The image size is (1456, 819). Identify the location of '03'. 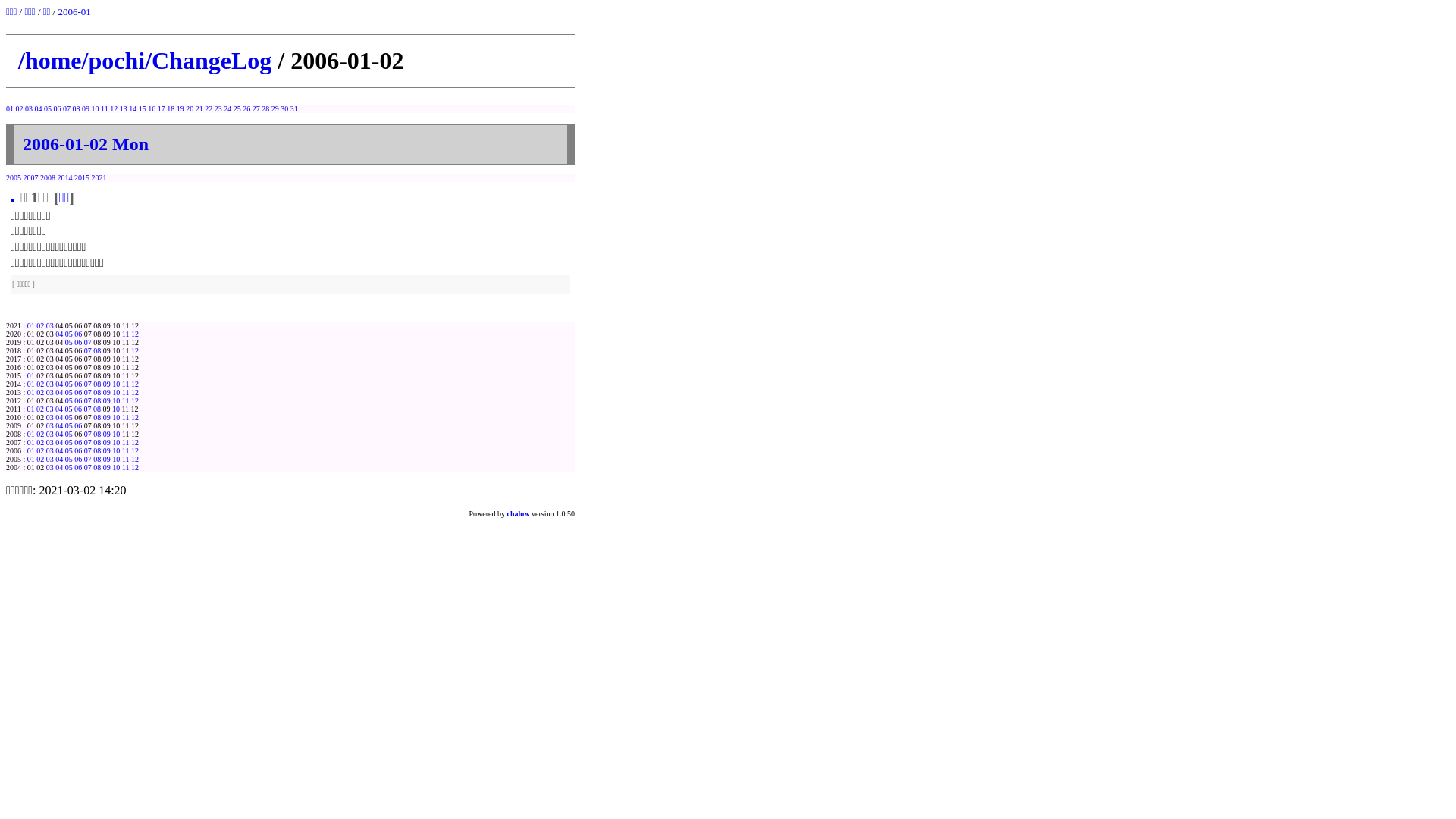
(50, 442).